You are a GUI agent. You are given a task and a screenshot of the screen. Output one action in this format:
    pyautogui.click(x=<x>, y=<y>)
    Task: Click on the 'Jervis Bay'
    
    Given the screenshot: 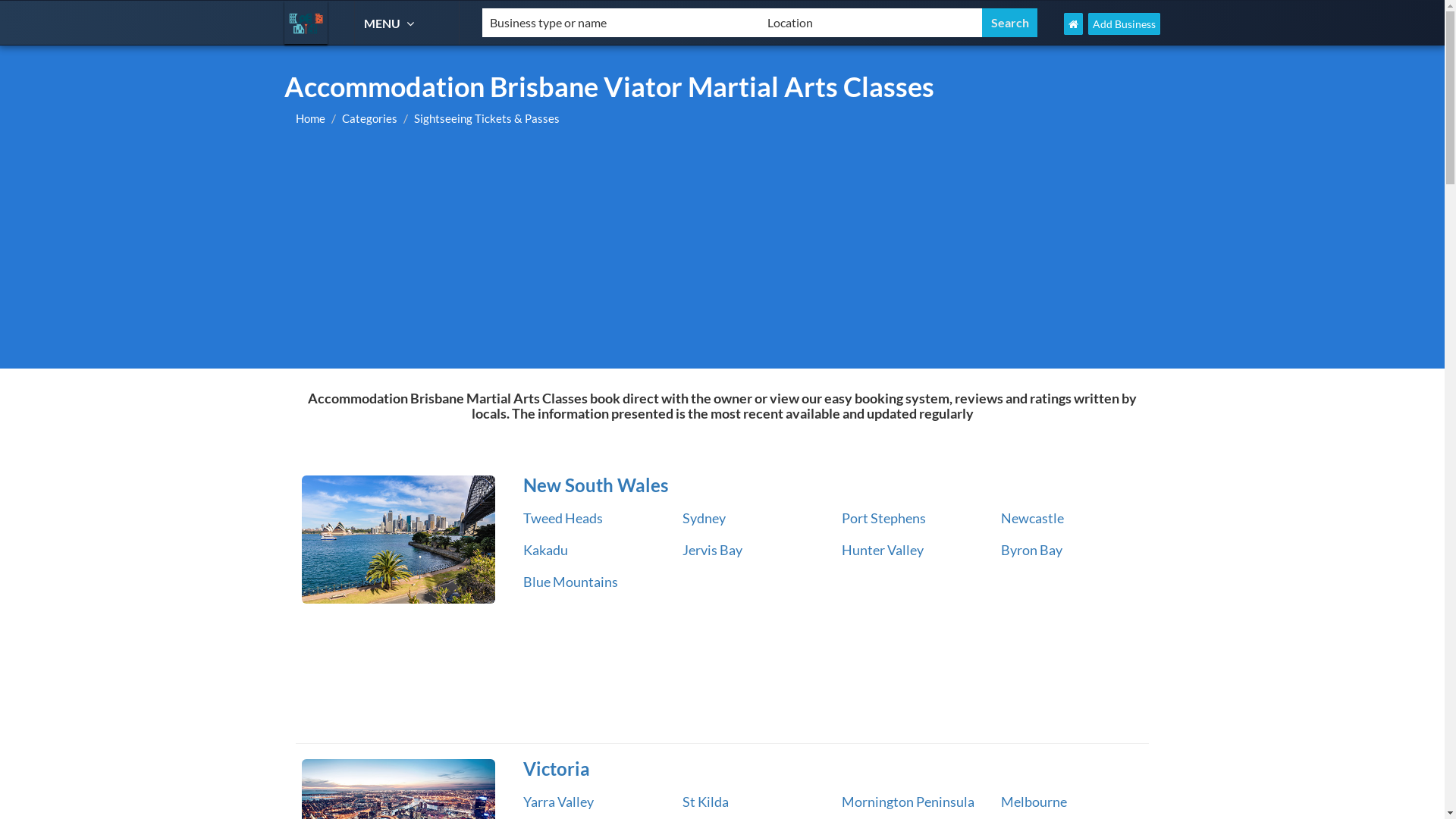 What is the action you would take?
    pyautogui.click(x=711, y=550)
    